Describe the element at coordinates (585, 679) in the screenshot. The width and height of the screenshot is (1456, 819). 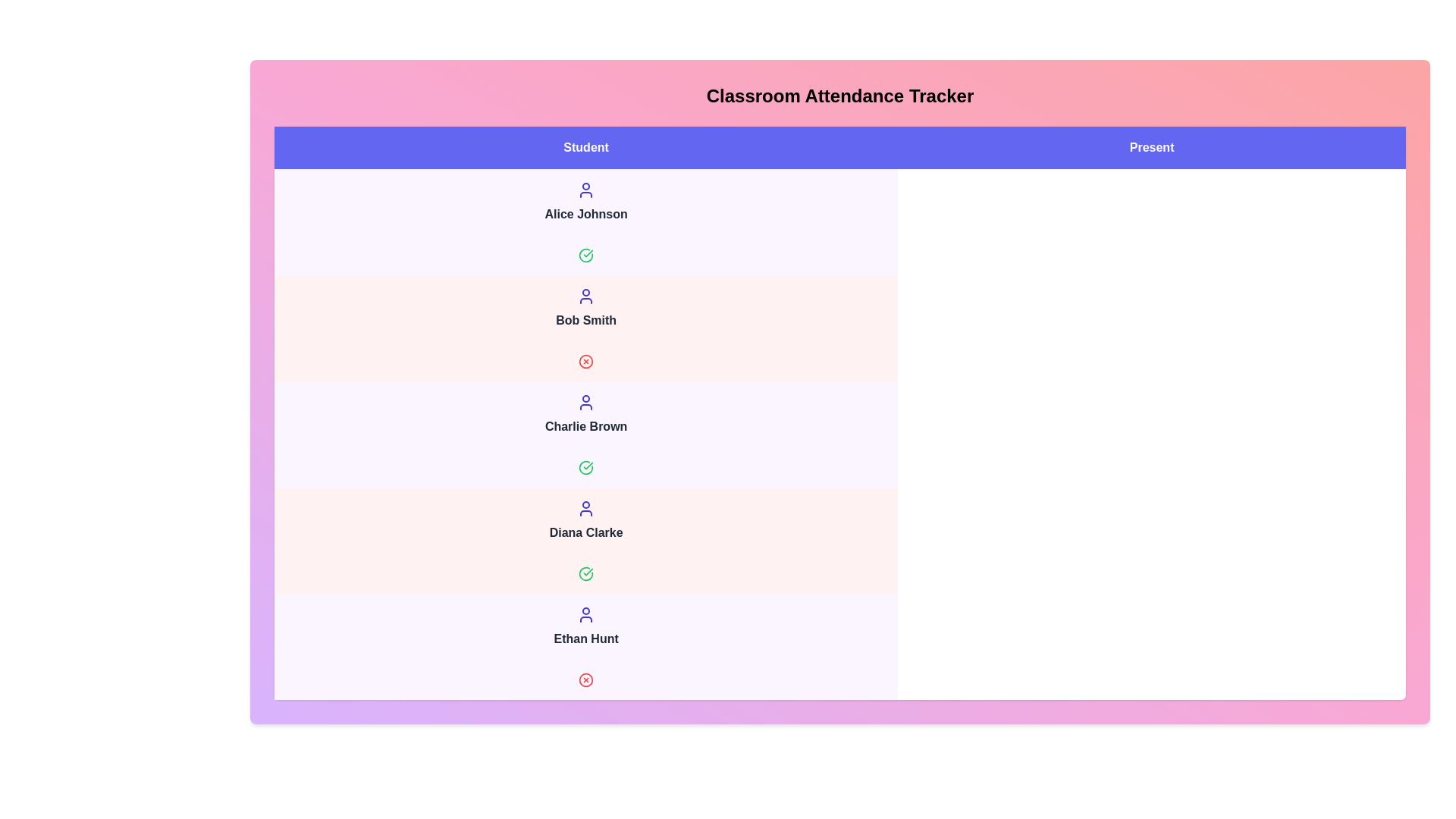
I see `the attendance status icon for Ethan Hunt to toggle their status` at that location.